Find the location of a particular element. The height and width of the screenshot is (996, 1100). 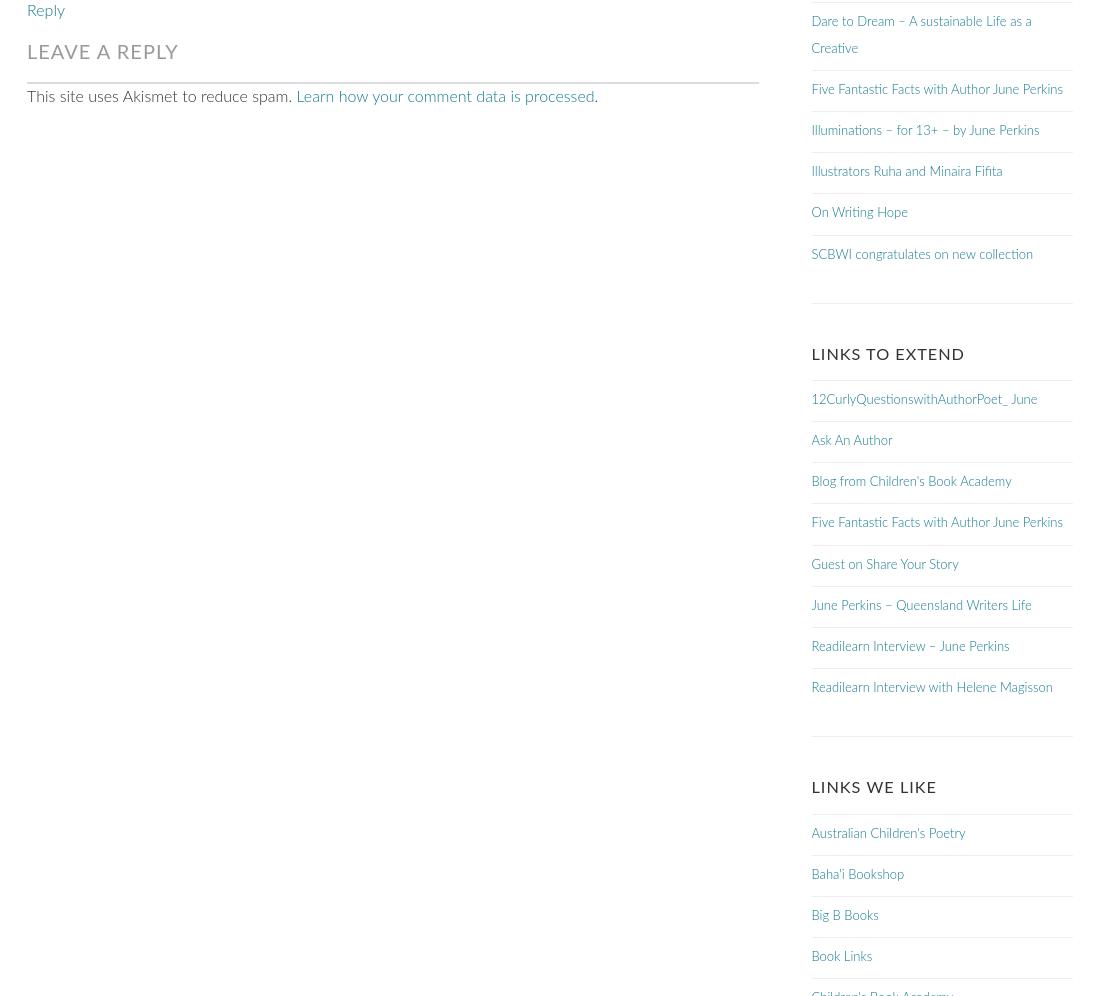

'Learn how your comment data is processed' is located at coordinates (443, 97).